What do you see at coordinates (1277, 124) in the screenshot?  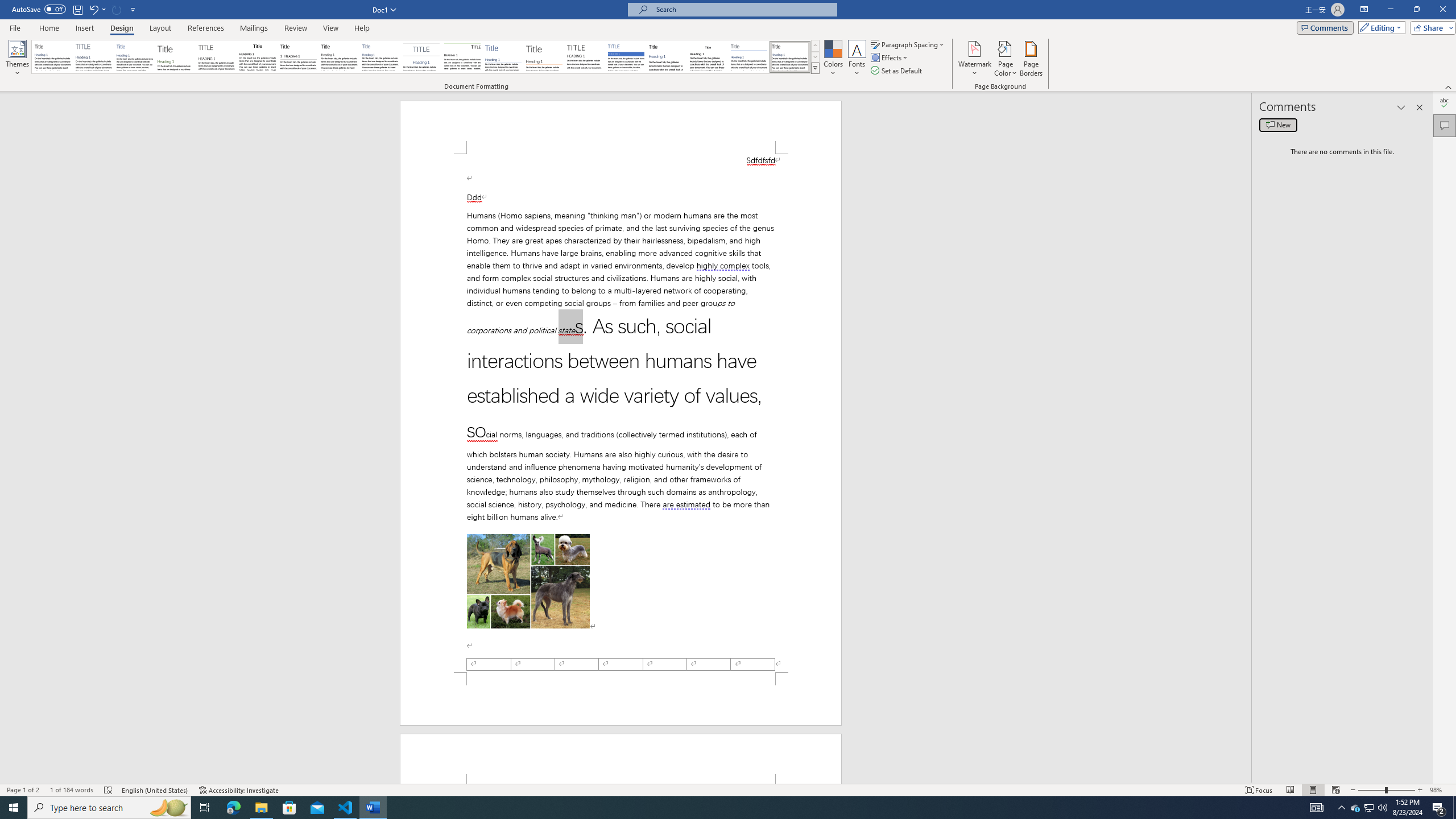 I see `'New comment'` at bounding box center [1277, 124].